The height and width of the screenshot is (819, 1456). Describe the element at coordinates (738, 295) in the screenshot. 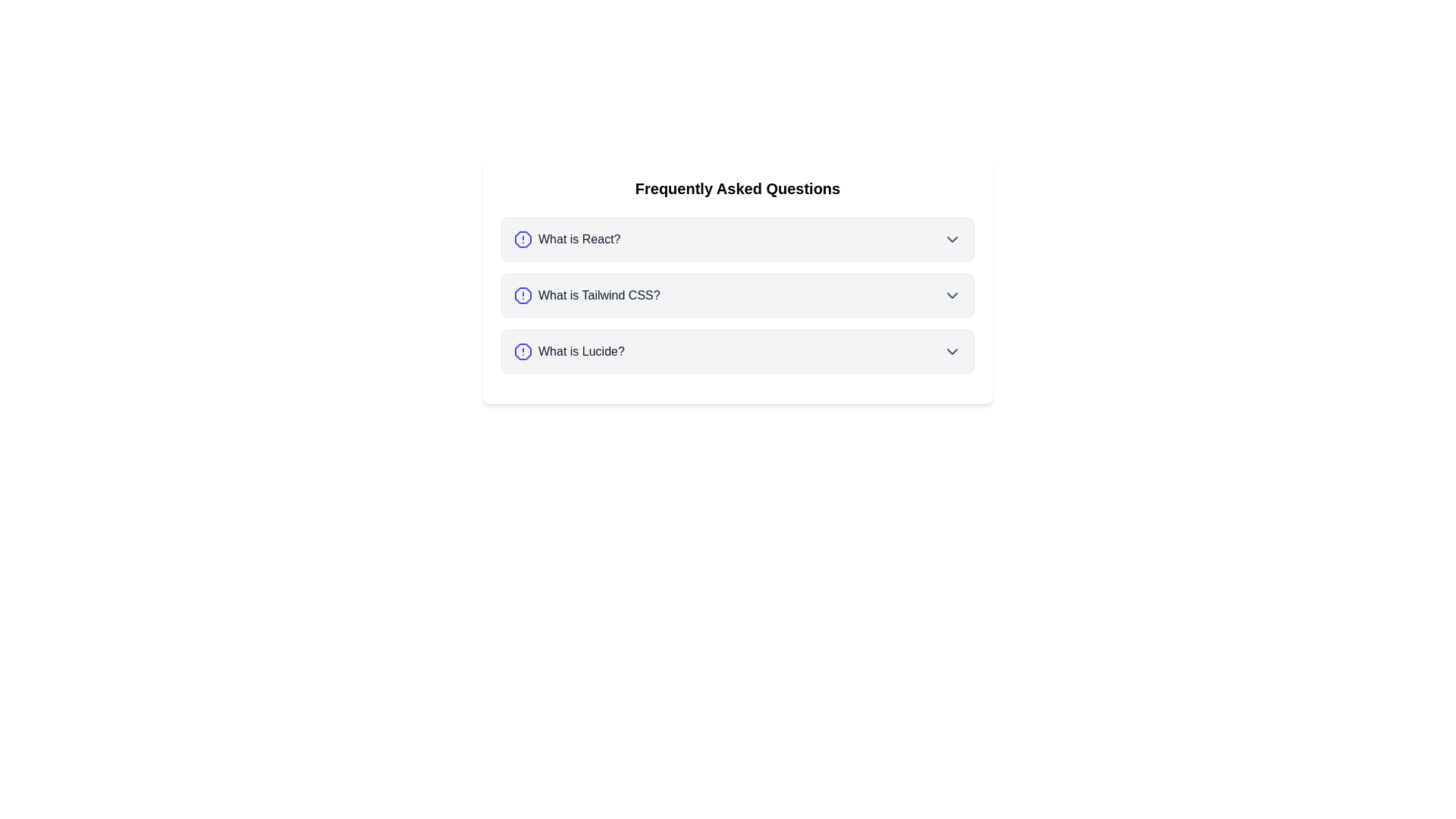

I see `the Expandable List Item displaying the question 'What is Tailwind CSS?'` at that location.